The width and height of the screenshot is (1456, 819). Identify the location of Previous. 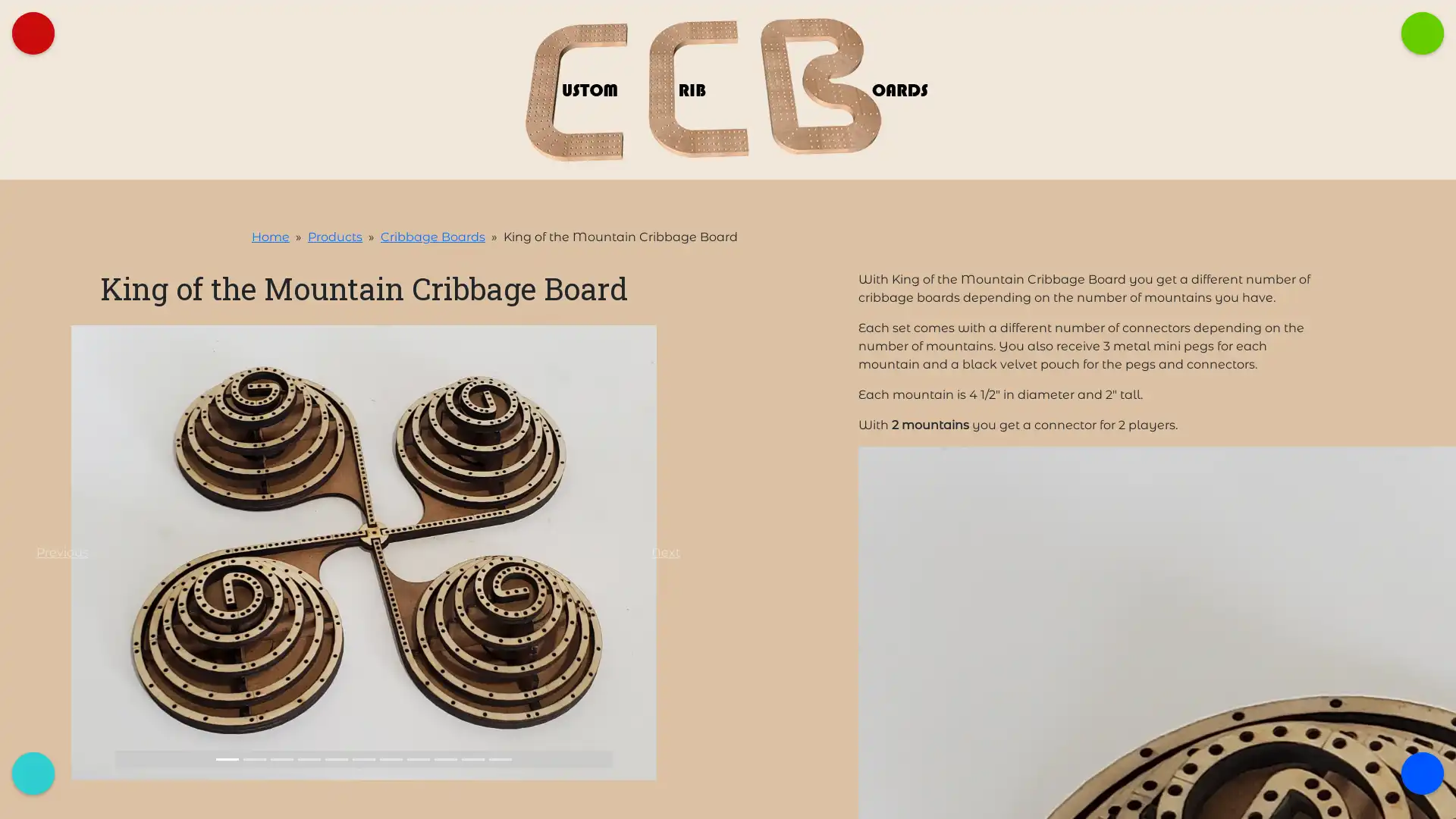
(61, 553).